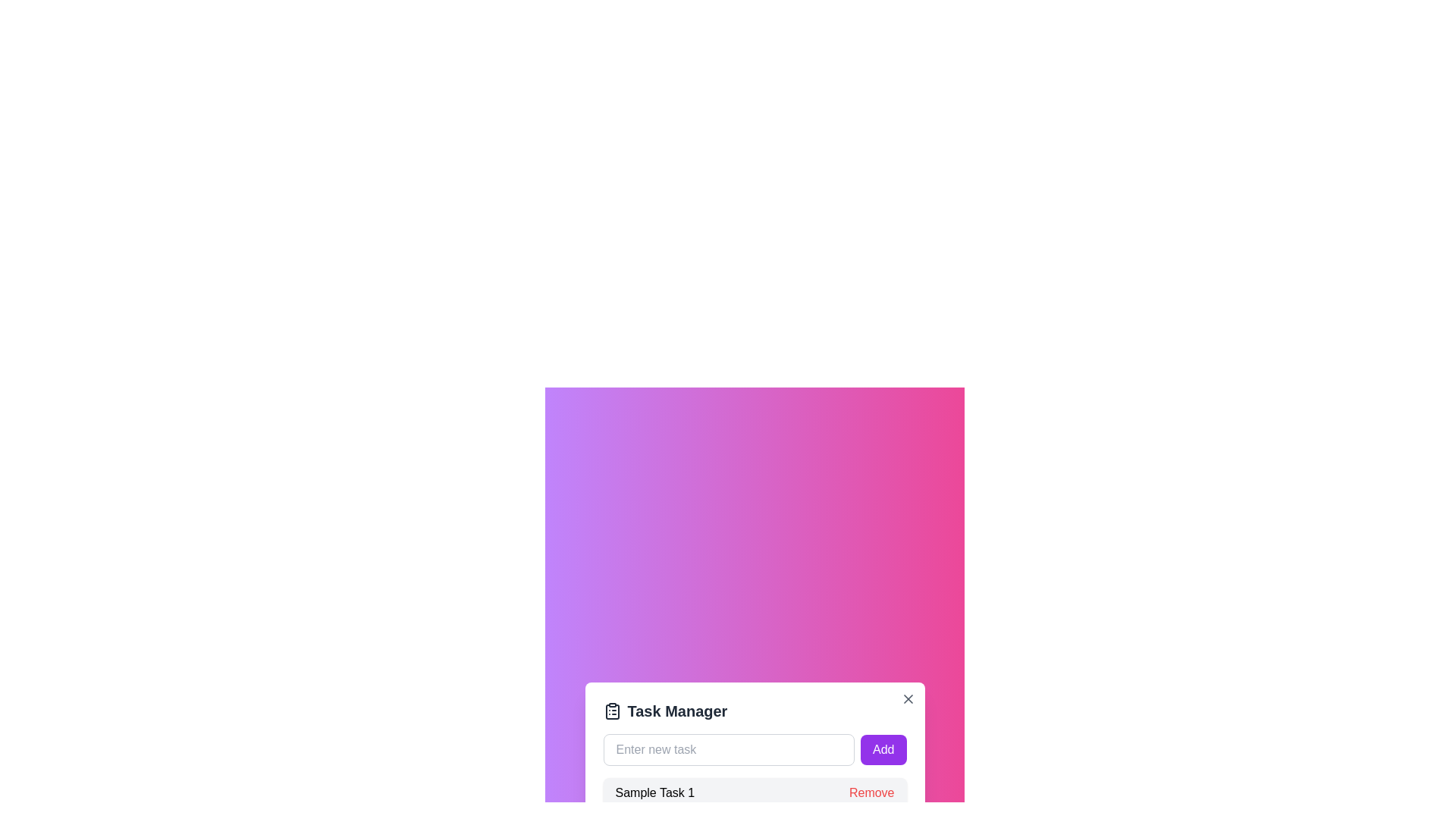  What do you see at coordinates (654, 792) in the screenshot?
I see `the task item label located at the bottom center of the interface to focus on it` at bounding box center [654, 792].